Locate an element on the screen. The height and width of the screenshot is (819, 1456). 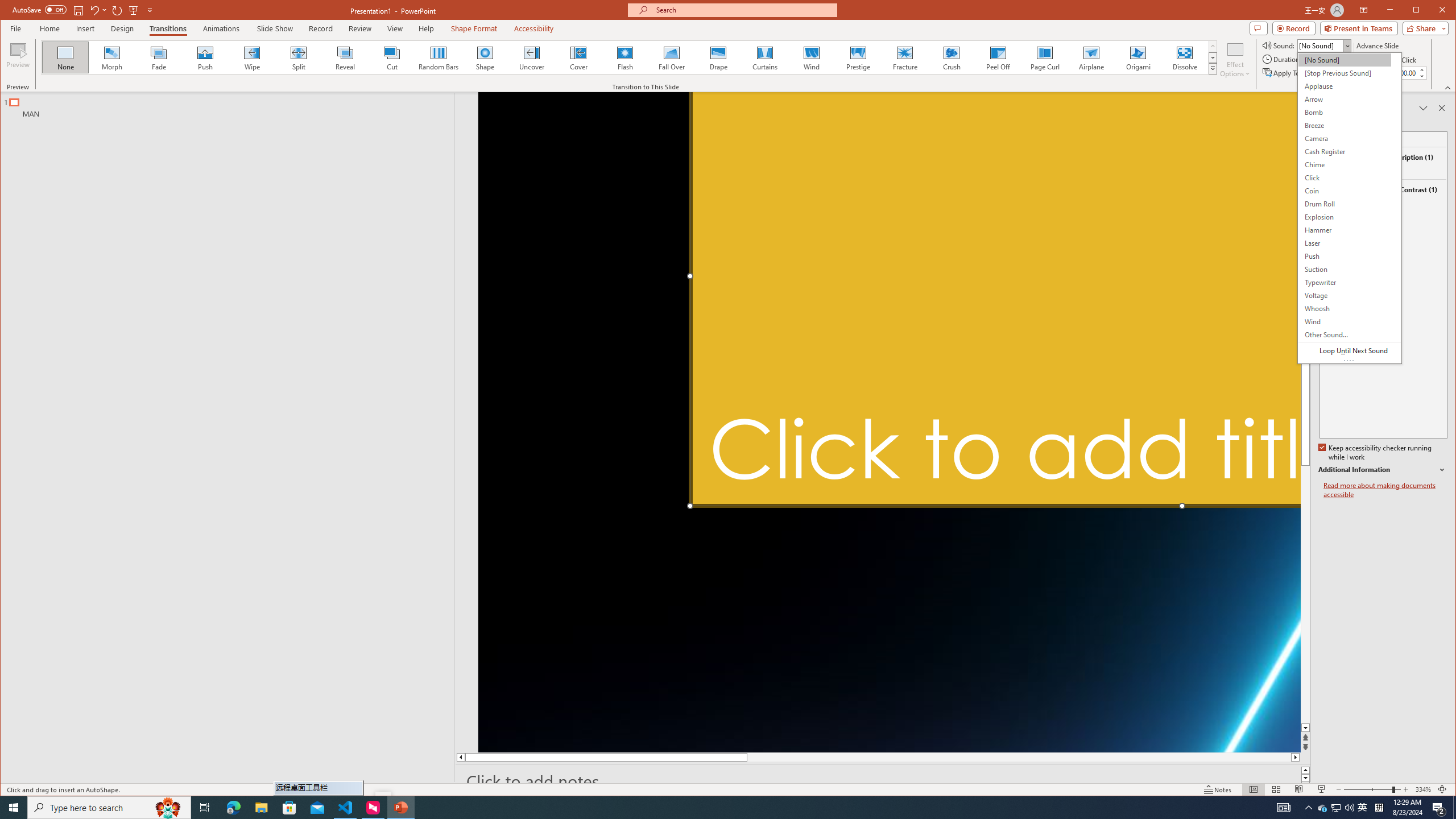
'File Tab' is located at coordinates (14, 28).